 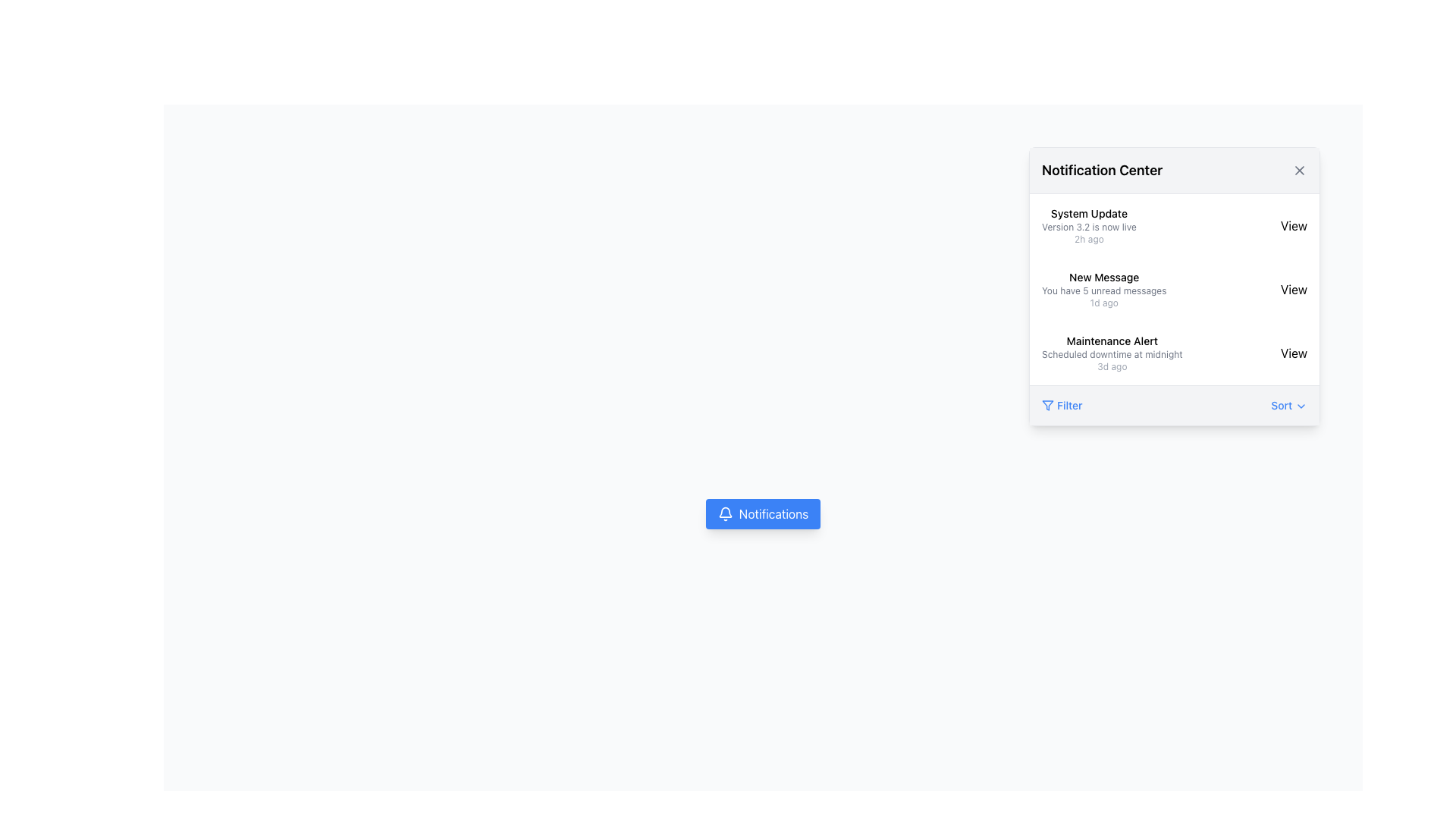 What do you see at coordinates (1104, 278) in the screenshot?
I see `the text label reading 'New Message', which is styled in bold black font and positioned as the title of the second notification item in the notification center panel` at bounding box center [1104, 278].